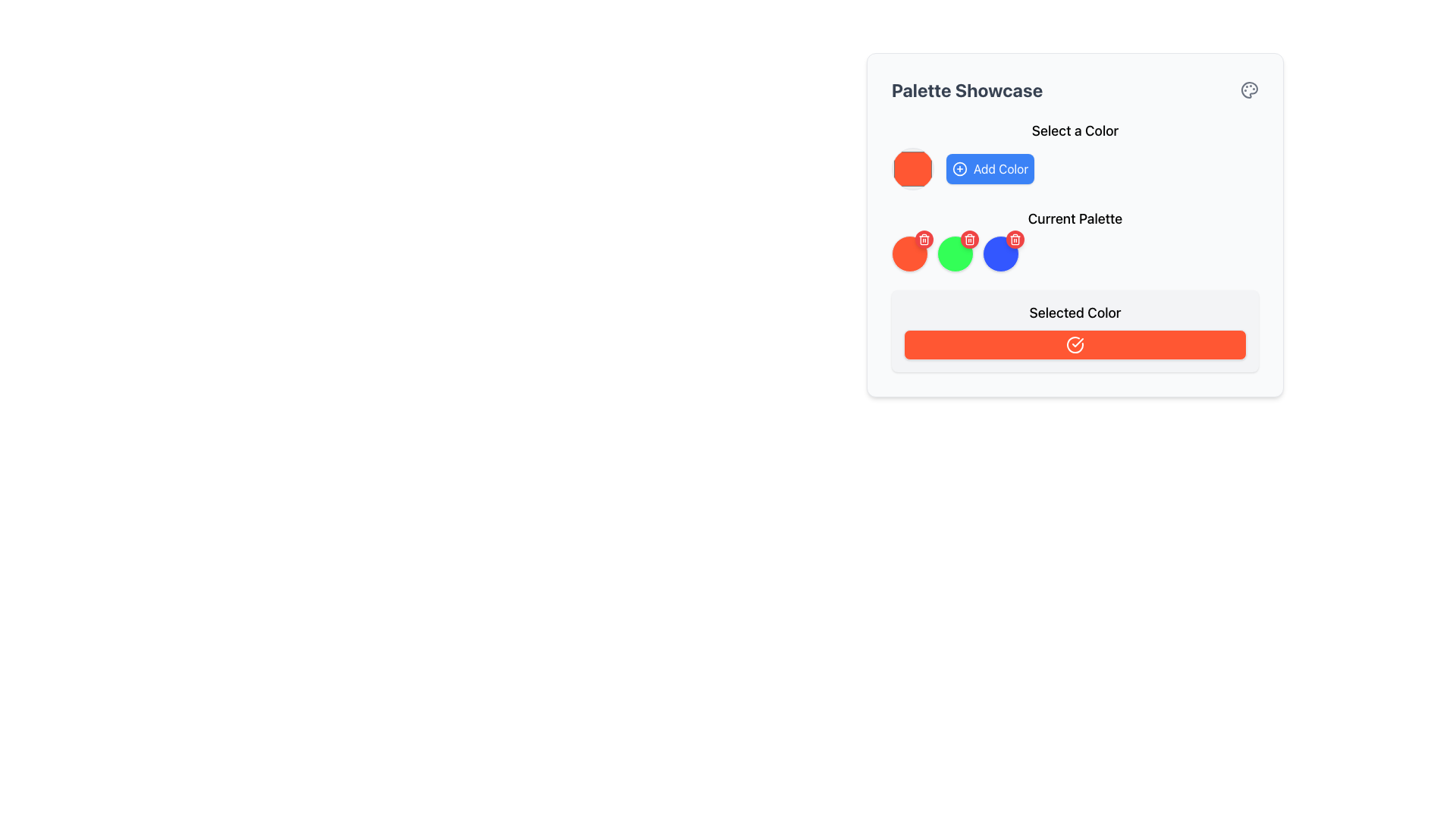 The height and width of the screenshot is (819, 1456). What do you see at coordinates (968, 239) in the screenshot?
I see `the small circular red delete button with a trash bin icon located at the top-right corner of the green color option button` at bounding box center [968, 239].